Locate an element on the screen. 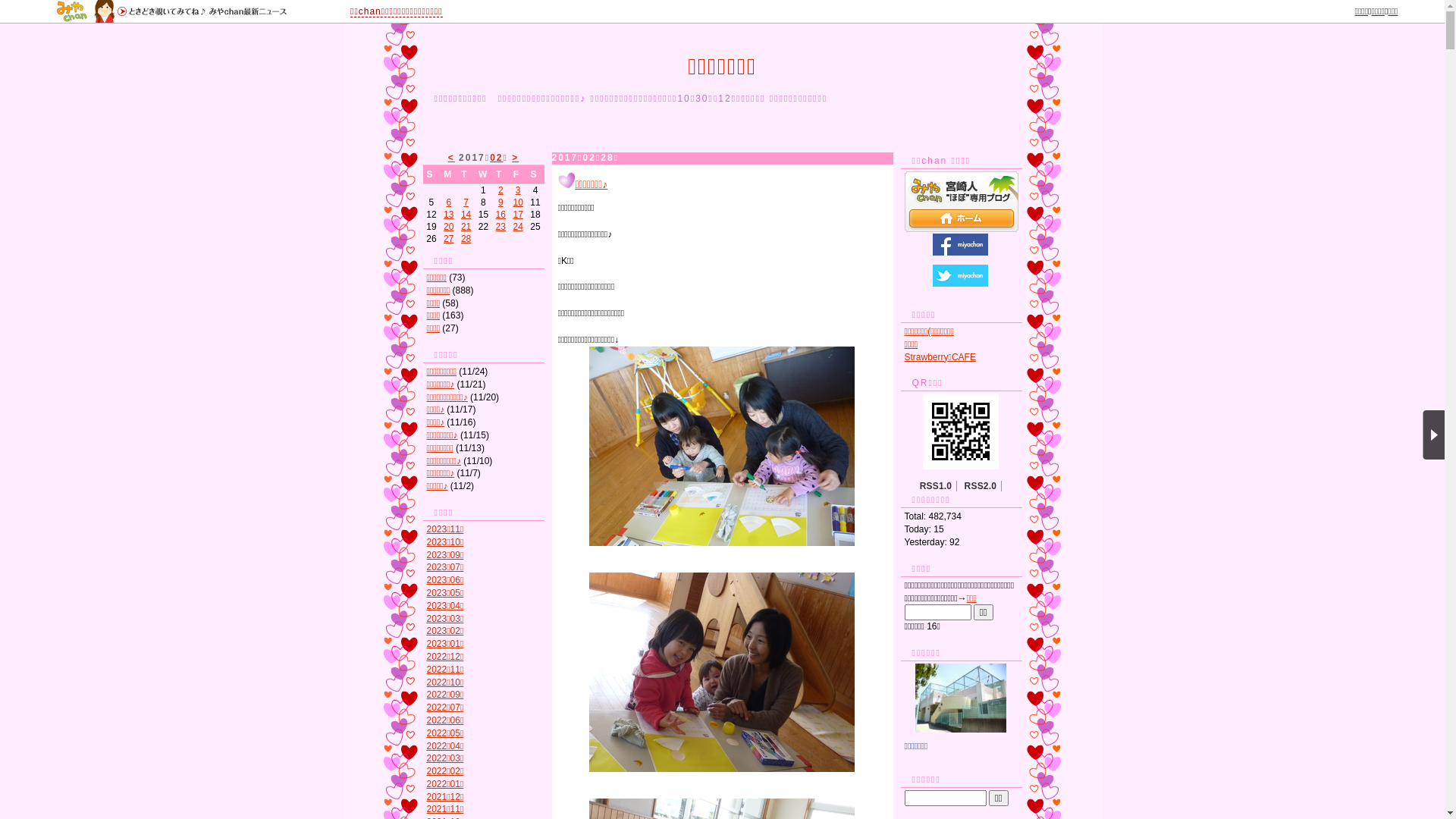 This screenshot has height=819, width=1456. 'RSS2.0' is located at coordinates (981, 485).